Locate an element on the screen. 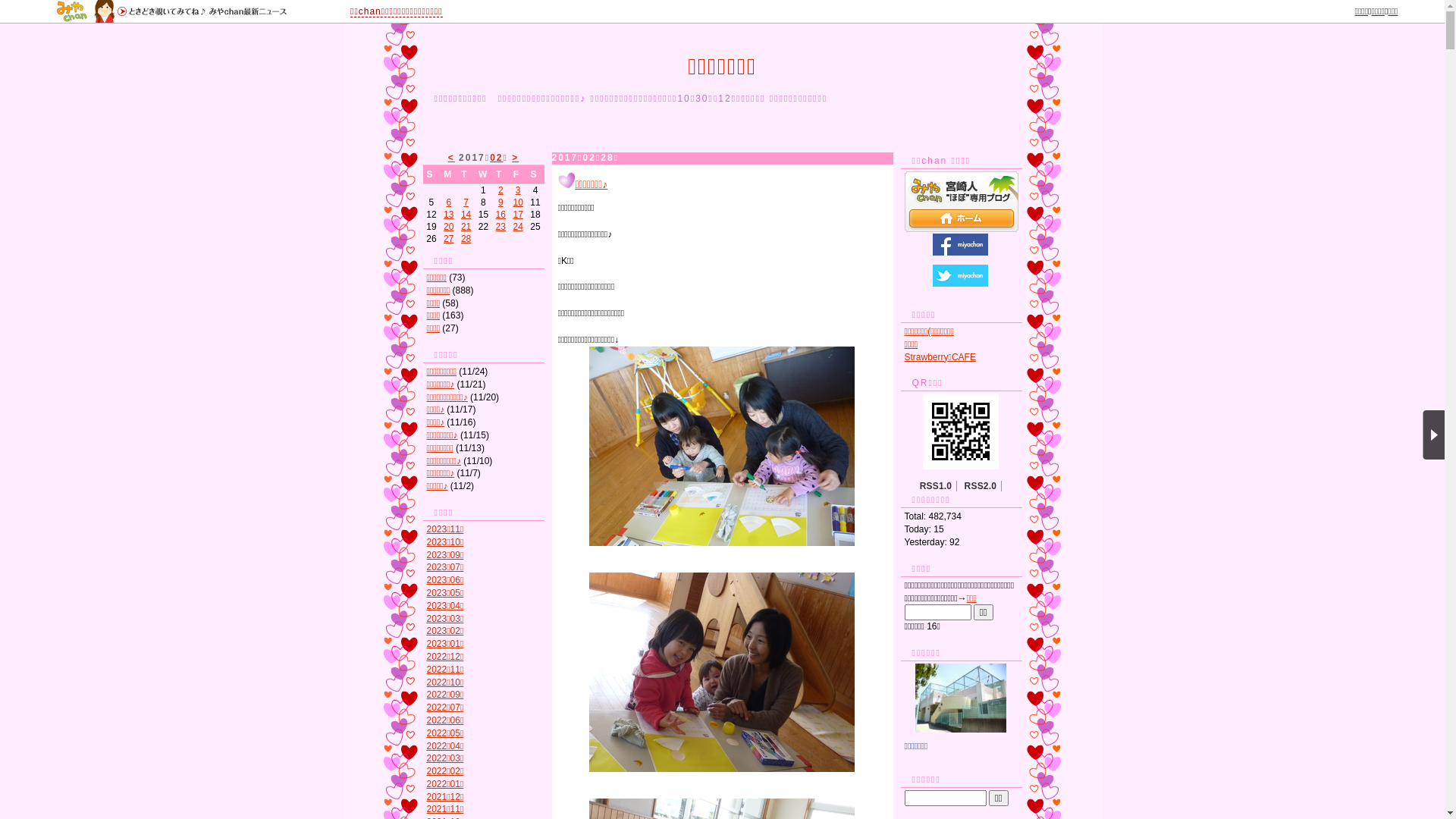 This screenshot has height=819, width=1456. 'RSS2.0' is located at coordinates (981, 485).